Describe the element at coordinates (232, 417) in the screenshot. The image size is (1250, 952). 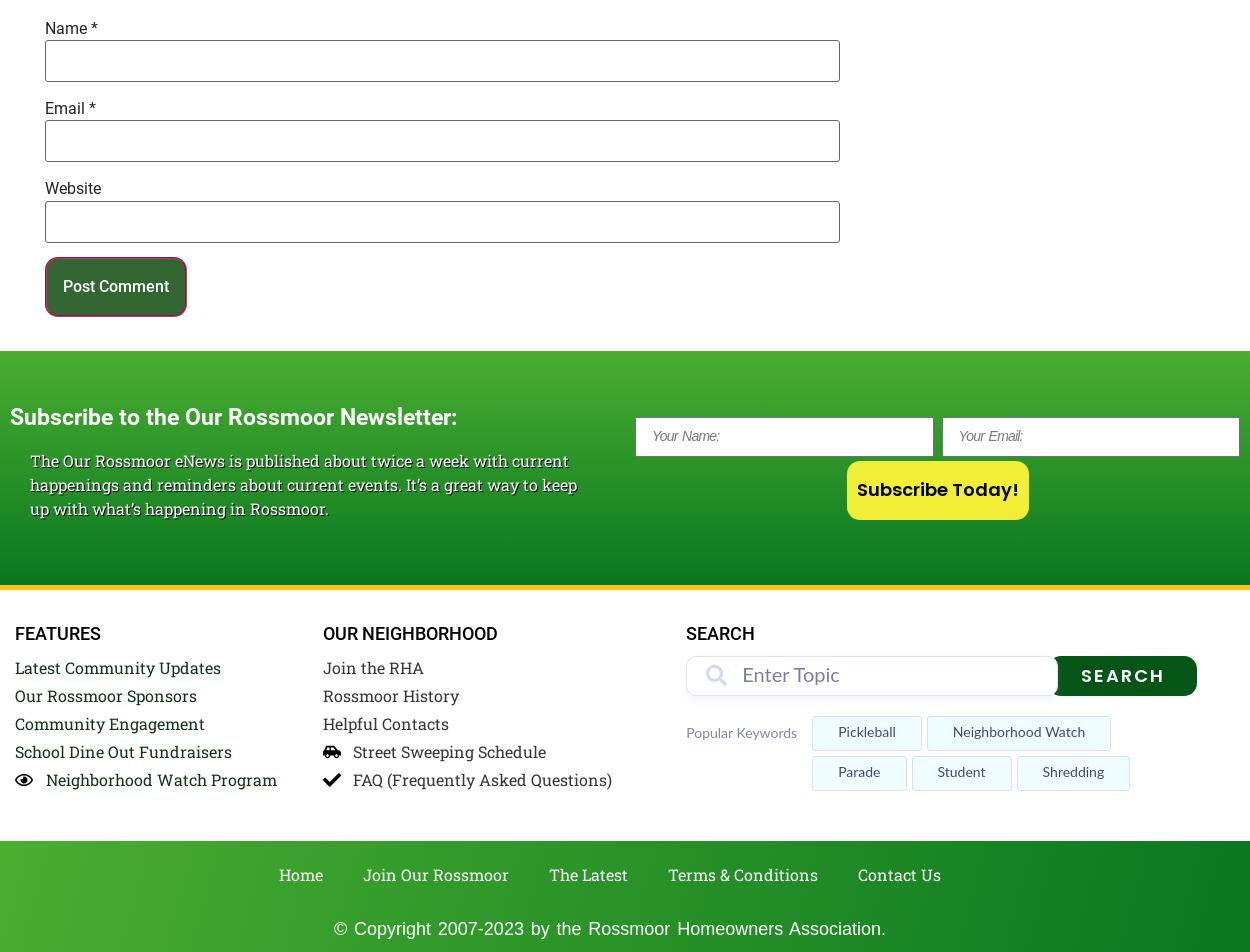
I see `'Subscribe to the Our Rossmoor Newsletter:'` at that location.